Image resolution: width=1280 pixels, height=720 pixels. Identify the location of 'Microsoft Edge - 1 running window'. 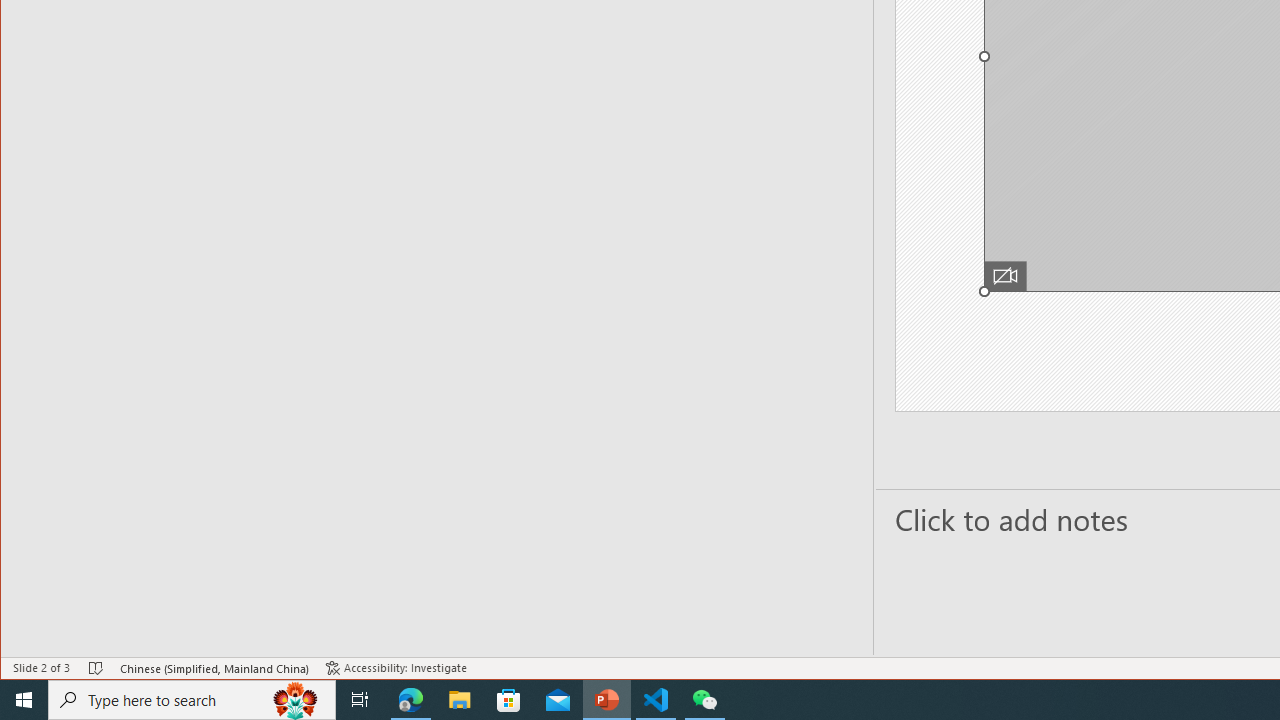
(410, 698).